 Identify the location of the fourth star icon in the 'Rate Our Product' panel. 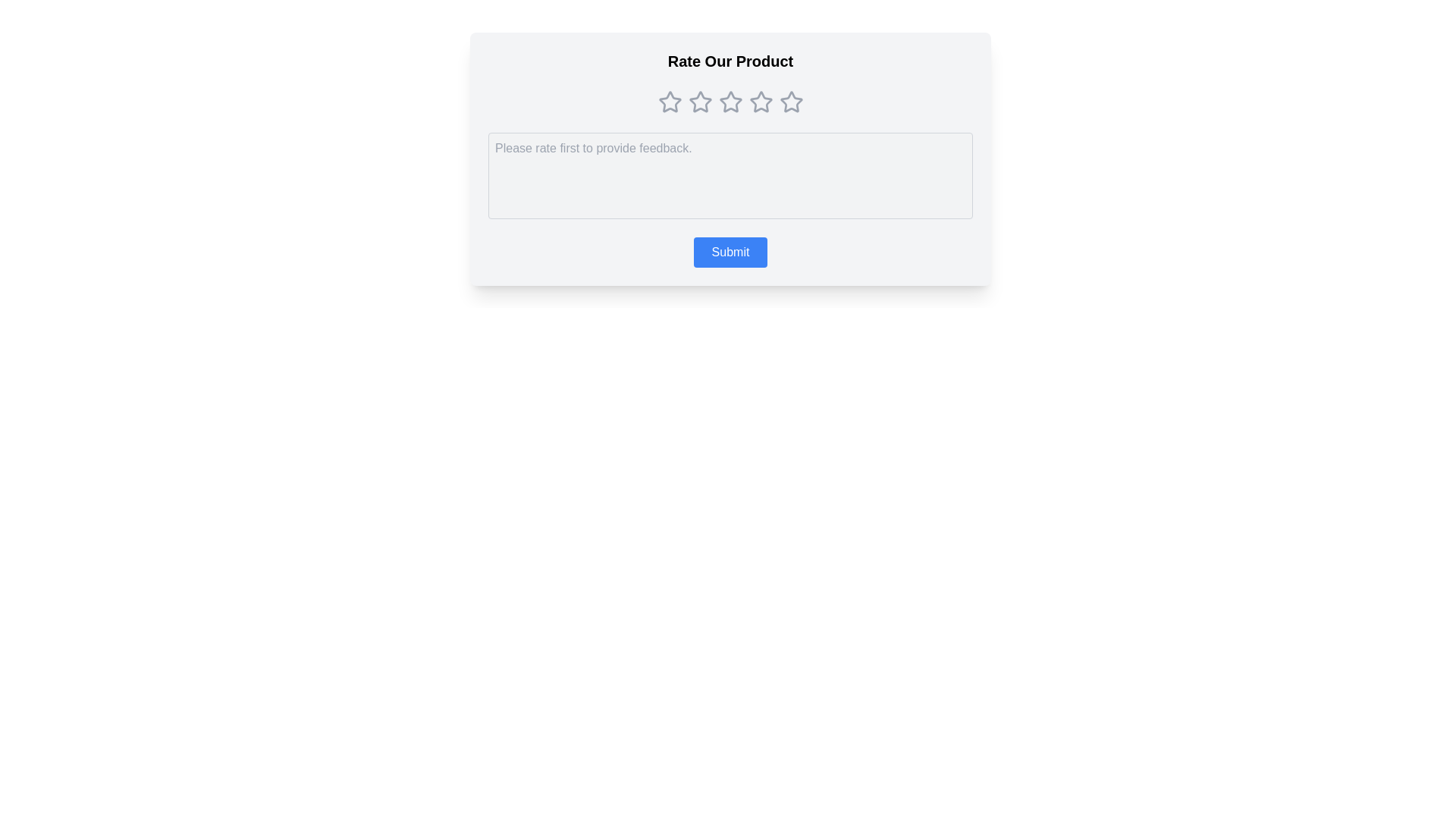
(730, 102).